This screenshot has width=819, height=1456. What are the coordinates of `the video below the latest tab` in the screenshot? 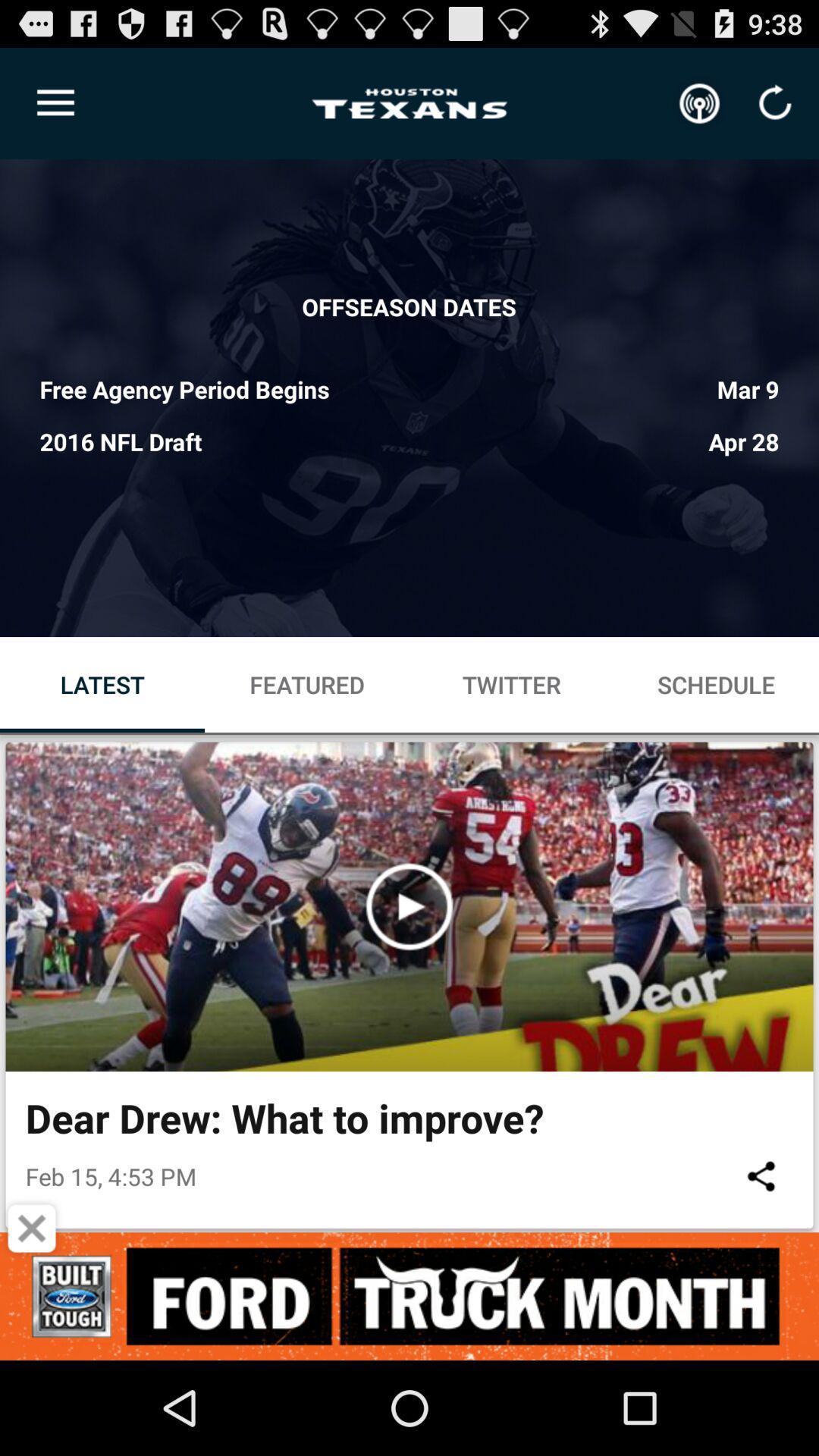 It's located at (409, 906).